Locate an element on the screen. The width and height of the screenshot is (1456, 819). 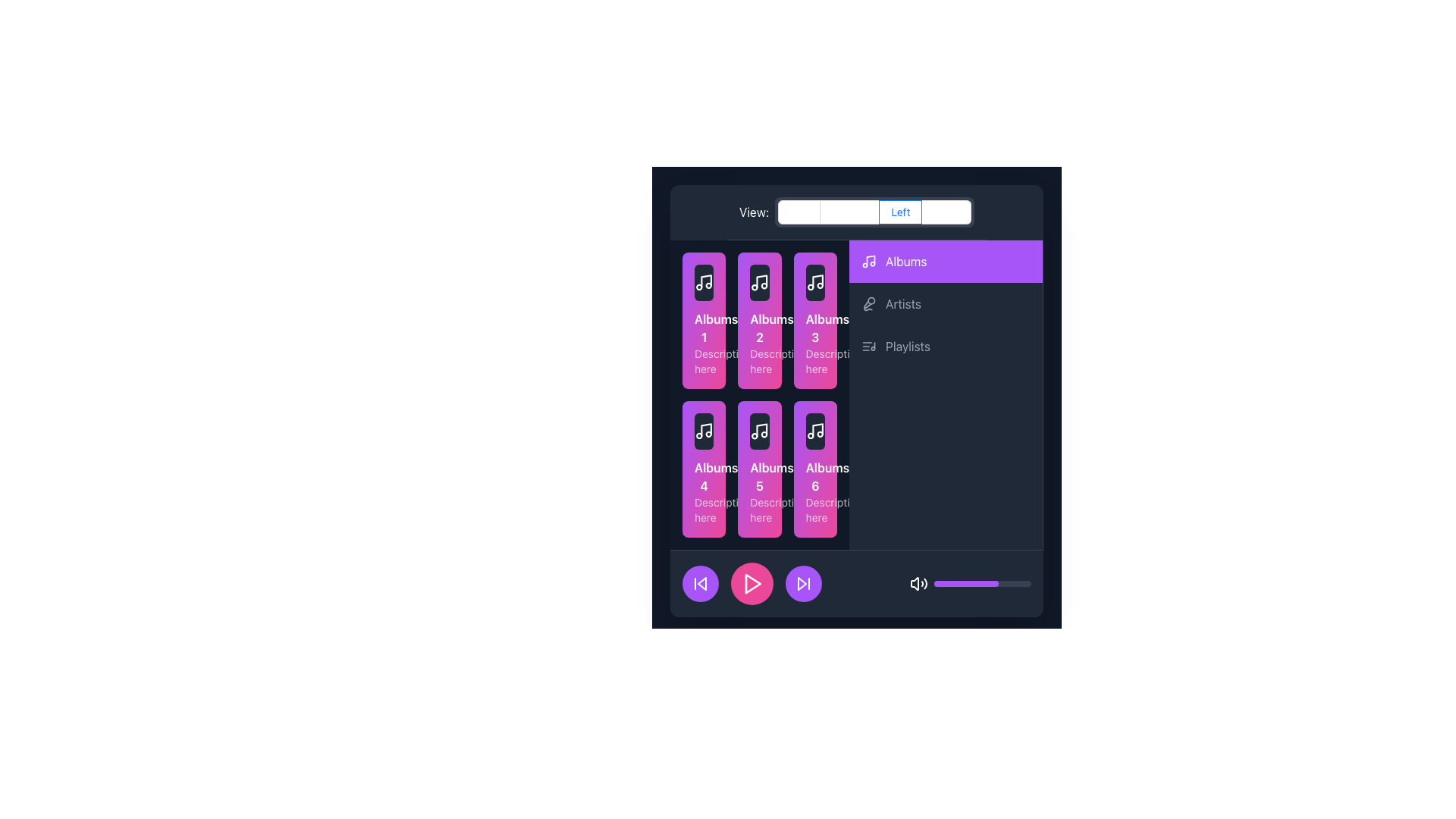
the 'Albums 1' text label, which is displayed in bold white font on a gradient pink-purple background is located at coordinates (703, 327).